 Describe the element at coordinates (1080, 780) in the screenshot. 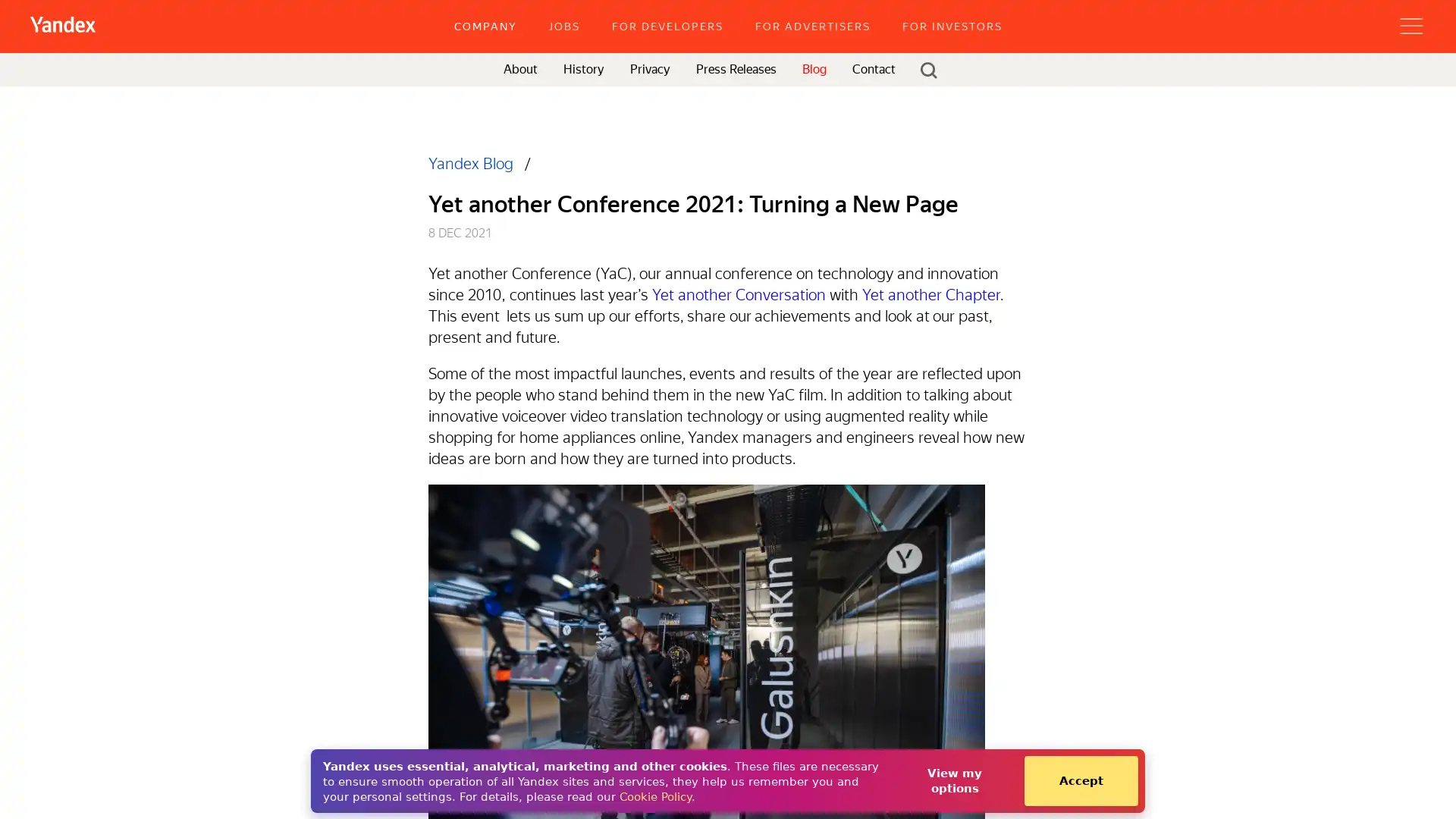

I see `Accept` at that location.